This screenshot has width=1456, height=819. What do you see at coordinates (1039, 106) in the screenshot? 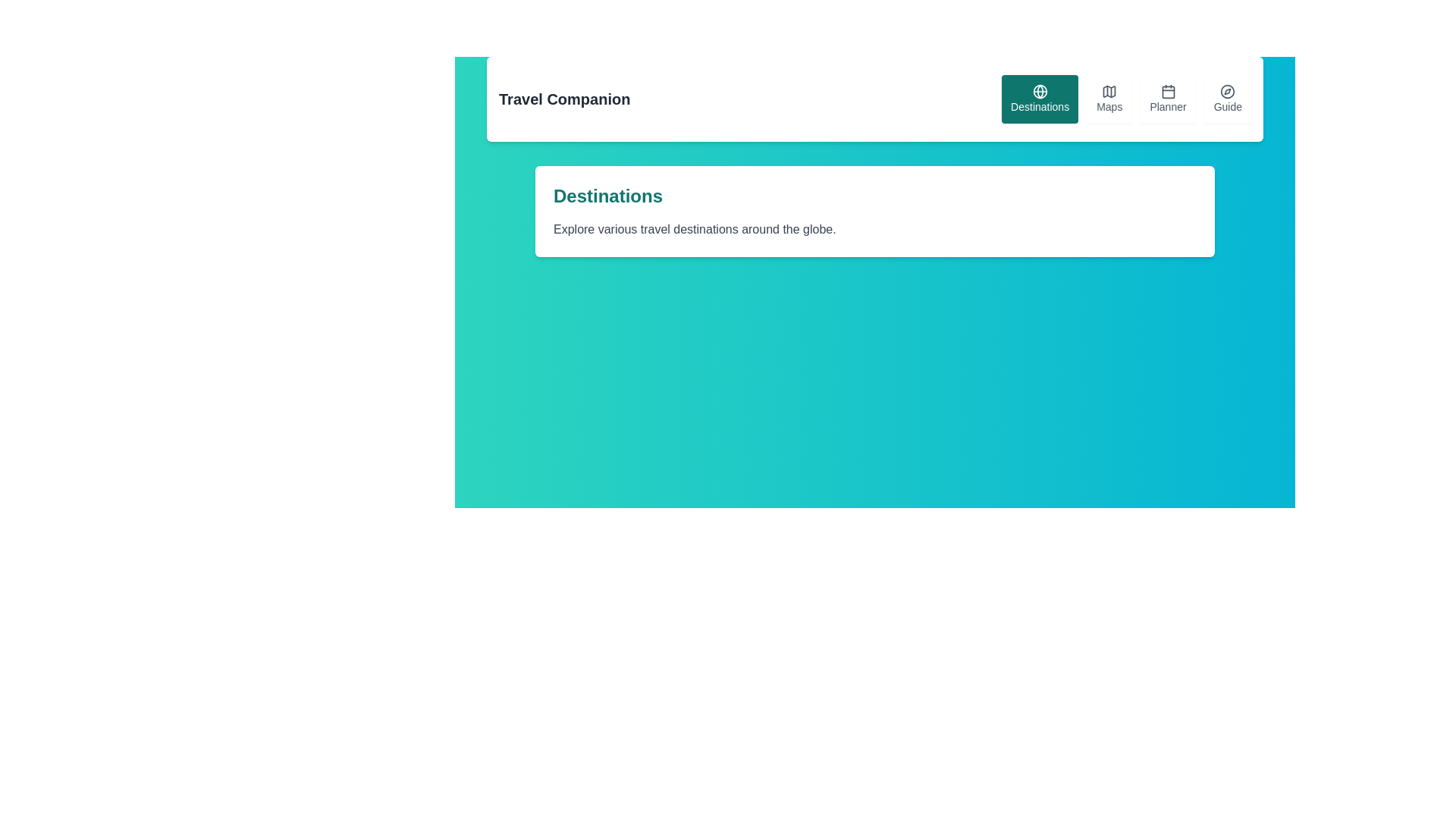
I see `the 'Destinations' text label within the navigation button located` at bounding box center [1039, 106].